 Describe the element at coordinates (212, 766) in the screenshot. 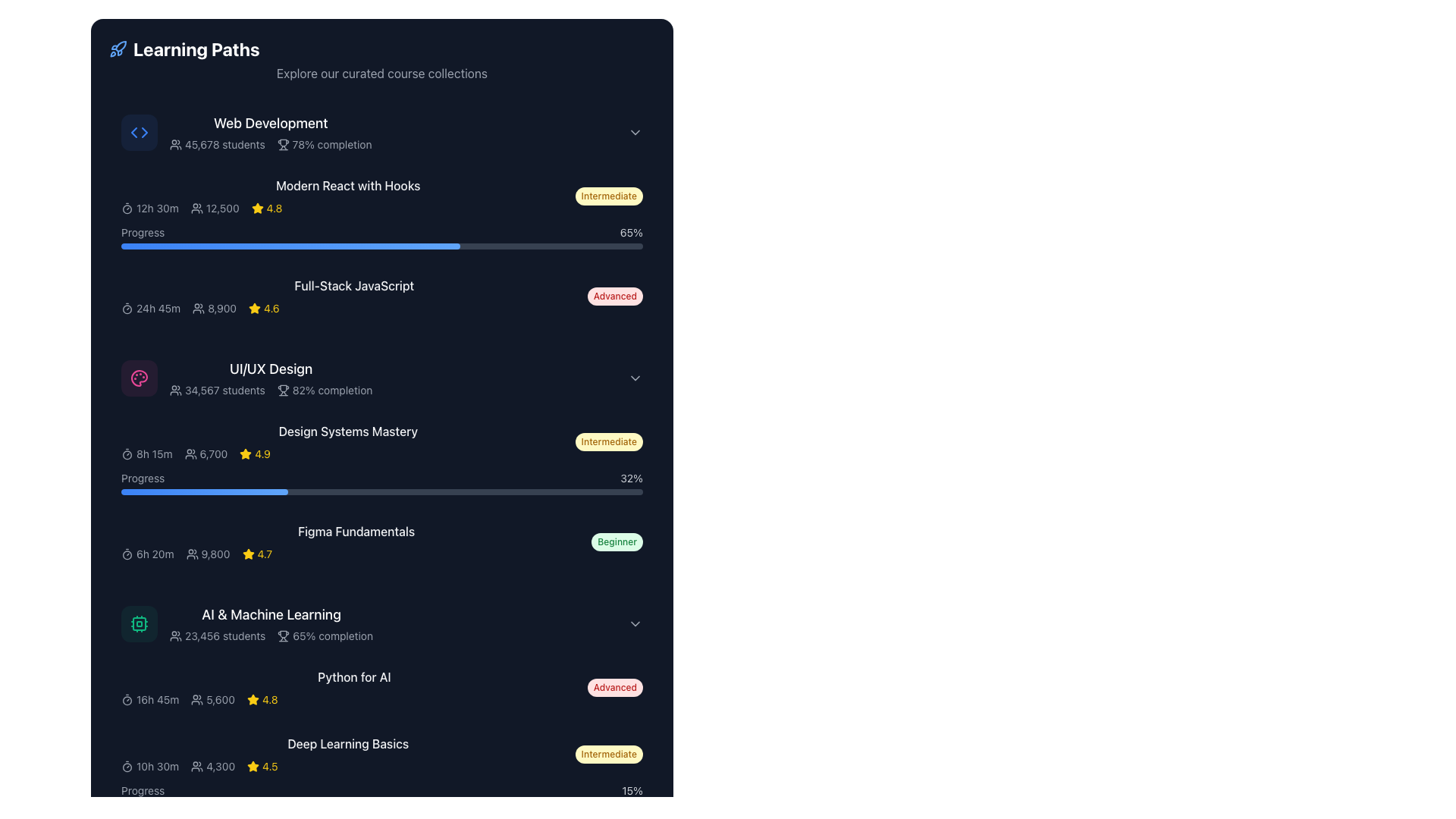

I see `the Text Label displaying the number '4,300' which is styled in gray and located in the middle section of the UI for the 'Deep Learning Basics' course` at that location.